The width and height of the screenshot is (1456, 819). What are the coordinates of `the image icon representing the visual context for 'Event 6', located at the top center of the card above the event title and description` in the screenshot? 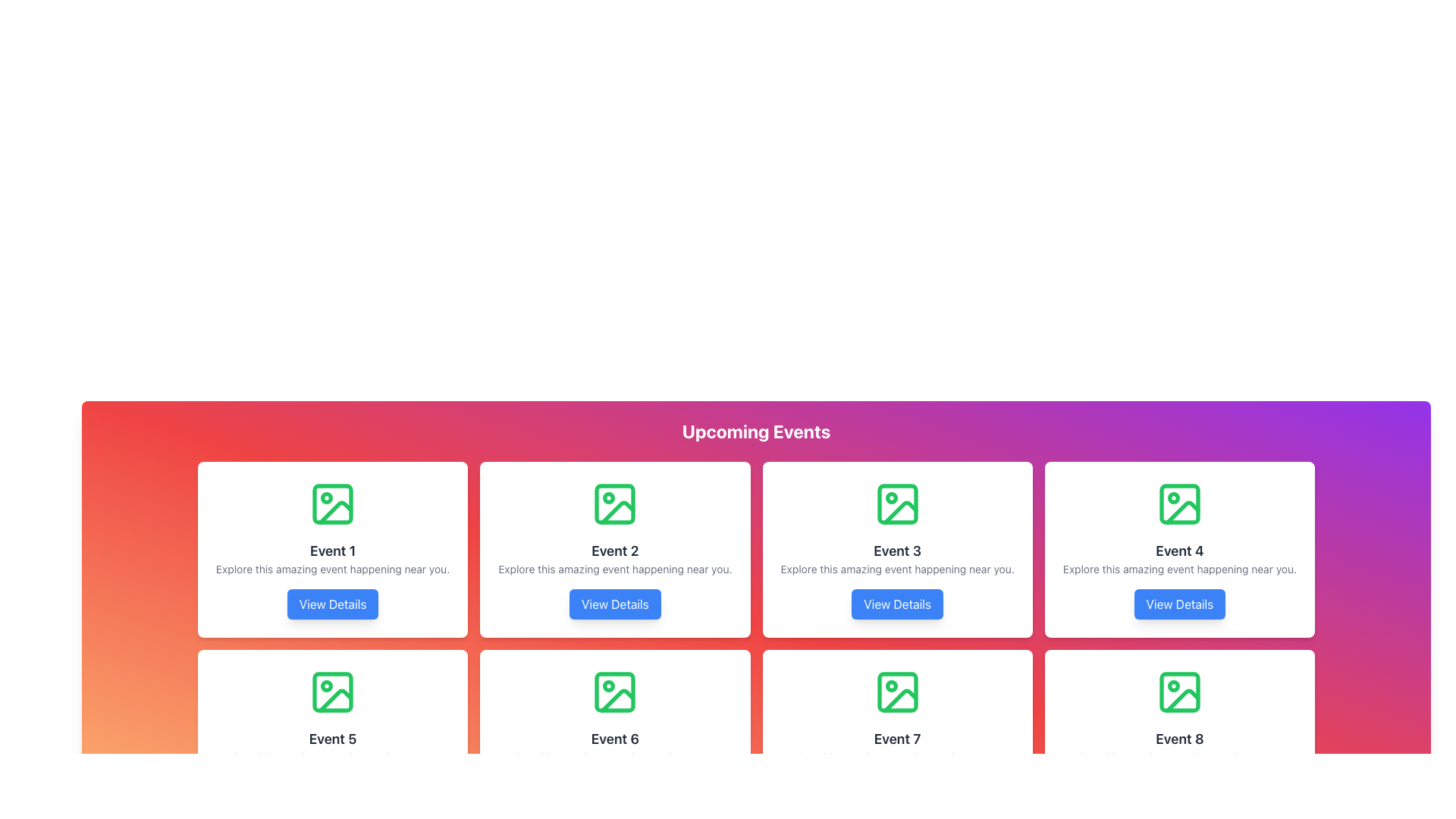 It's located at (615, 692).